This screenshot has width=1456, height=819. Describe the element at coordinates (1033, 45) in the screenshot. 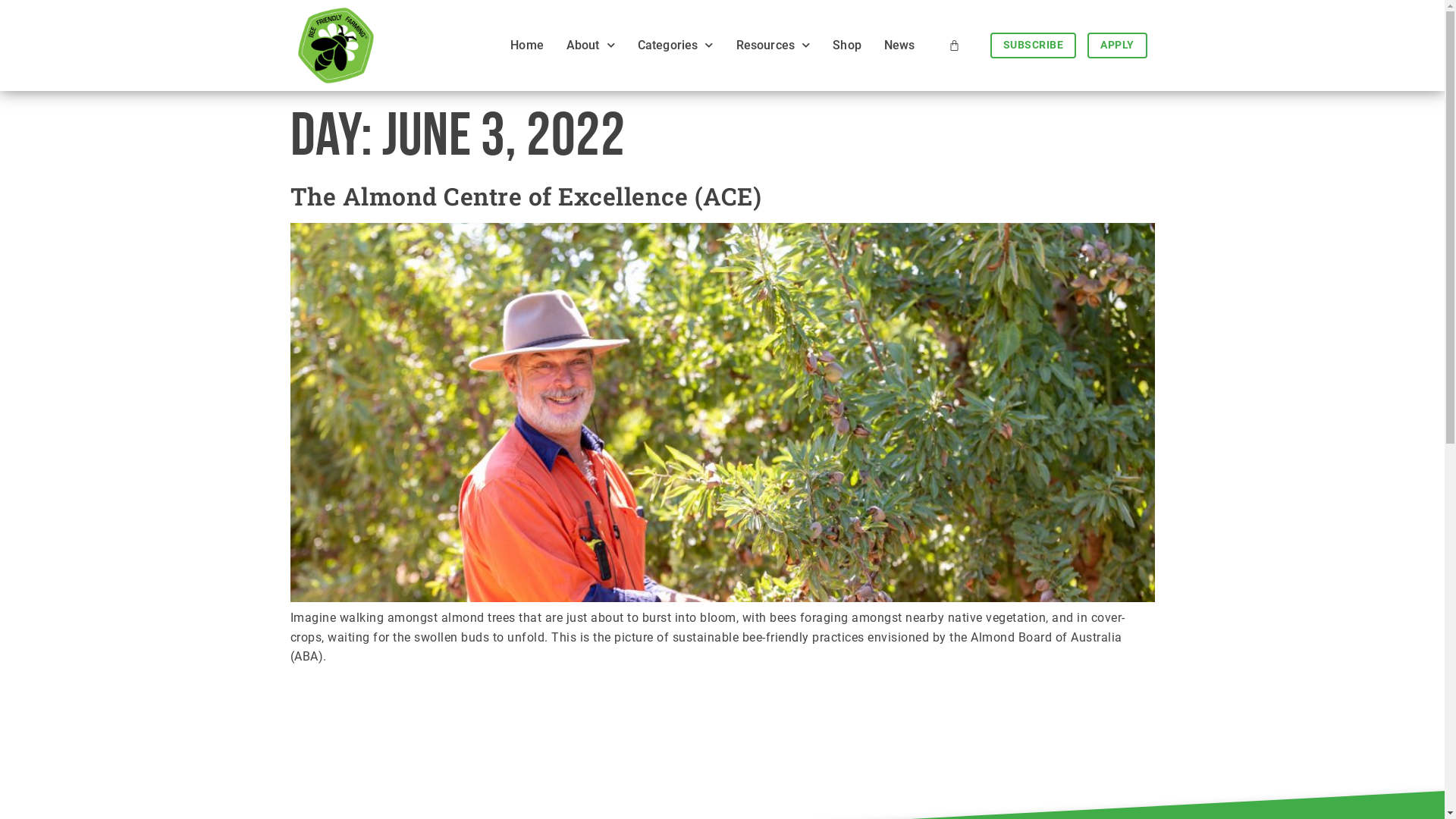

I see `'SUBSCRIBE'` at that location.